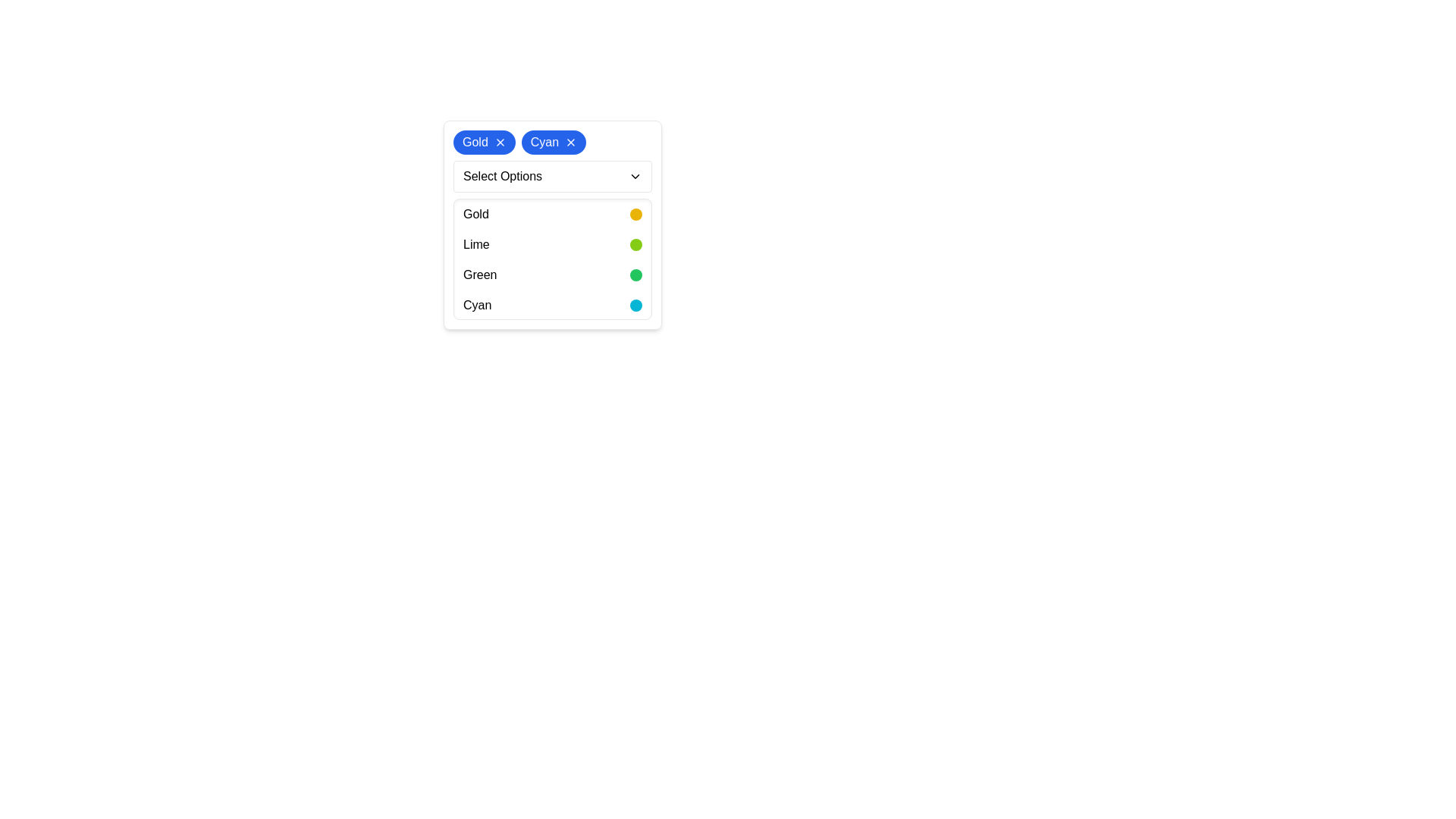 The width and height of the screenshot is (1456, 819). I want to click on the 'Cyan' option in the dropdown menu, which is the last item below 'Green', so click(552, 305).